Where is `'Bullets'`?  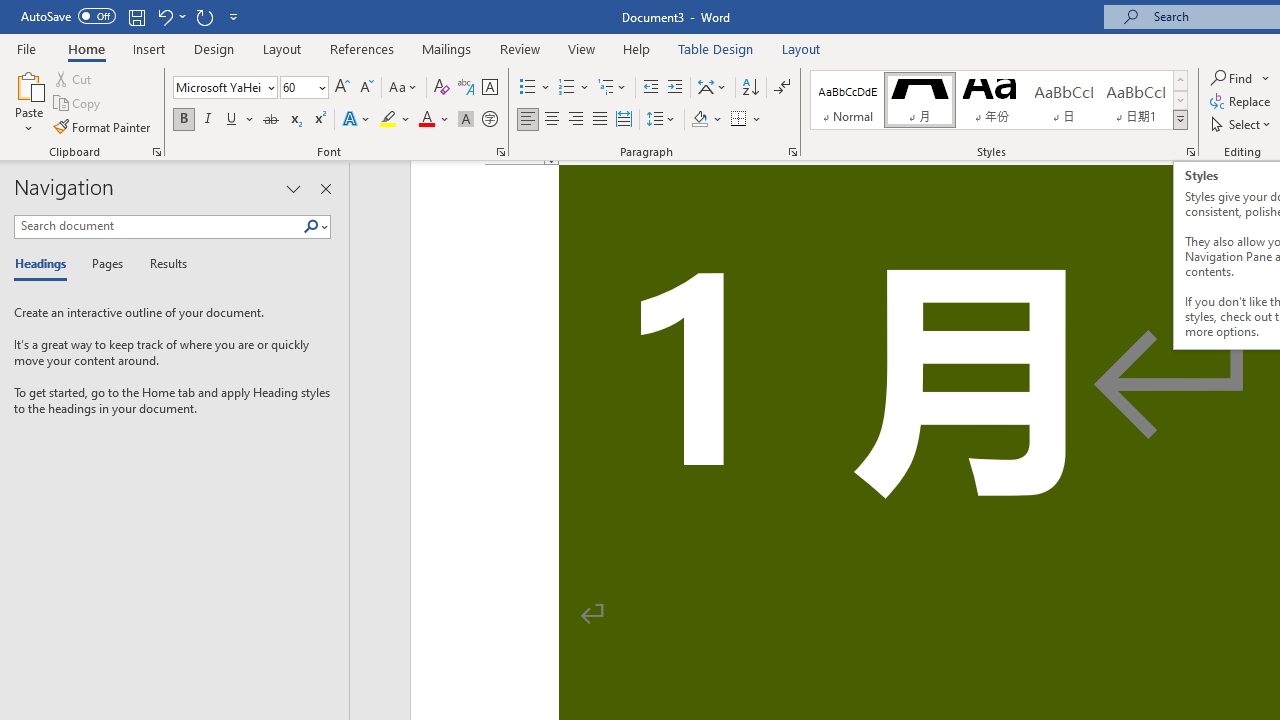
'Bullets' is located at coordinates (528, 86).